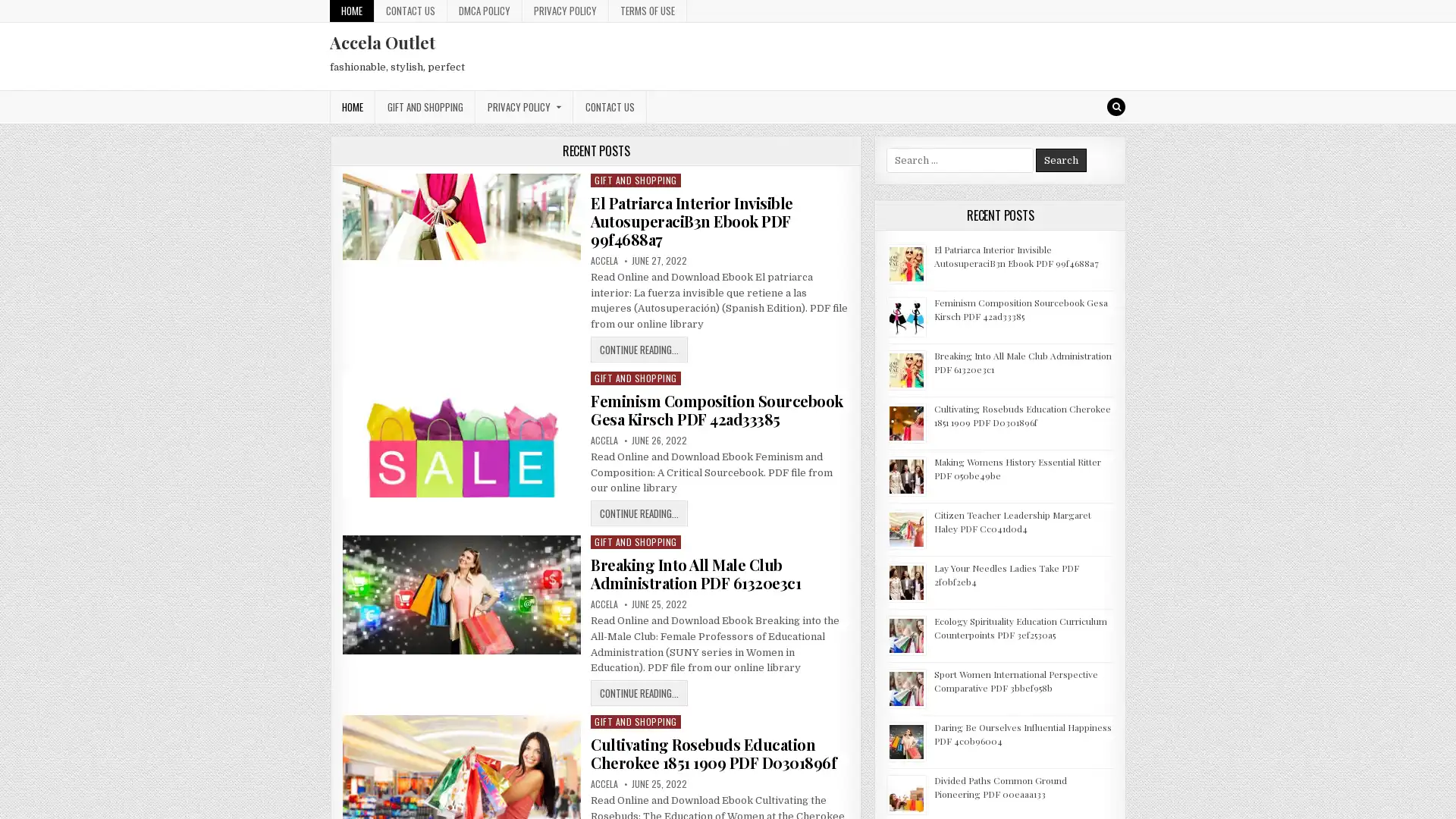 Image resolution: width=1456 pixels, height=819 pixels. Describe the element at coordinates (1060, 160) in the screenshot. I see `Search` at that location.